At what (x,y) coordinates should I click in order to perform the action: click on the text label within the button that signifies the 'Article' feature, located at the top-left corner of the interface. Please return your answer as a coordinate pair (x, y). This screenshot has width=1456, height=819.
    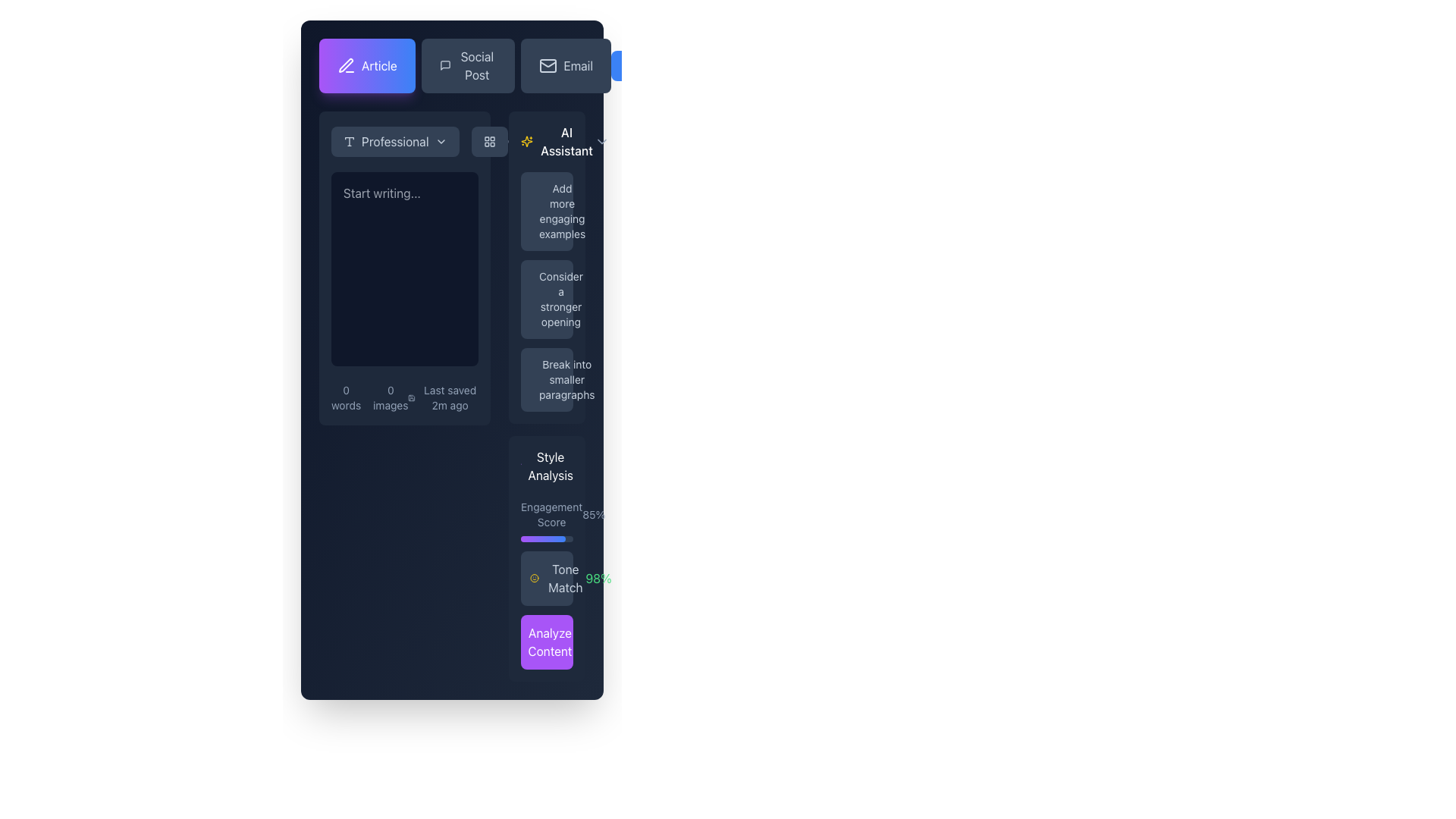
    Looking at the image, I should click on (379, 65).